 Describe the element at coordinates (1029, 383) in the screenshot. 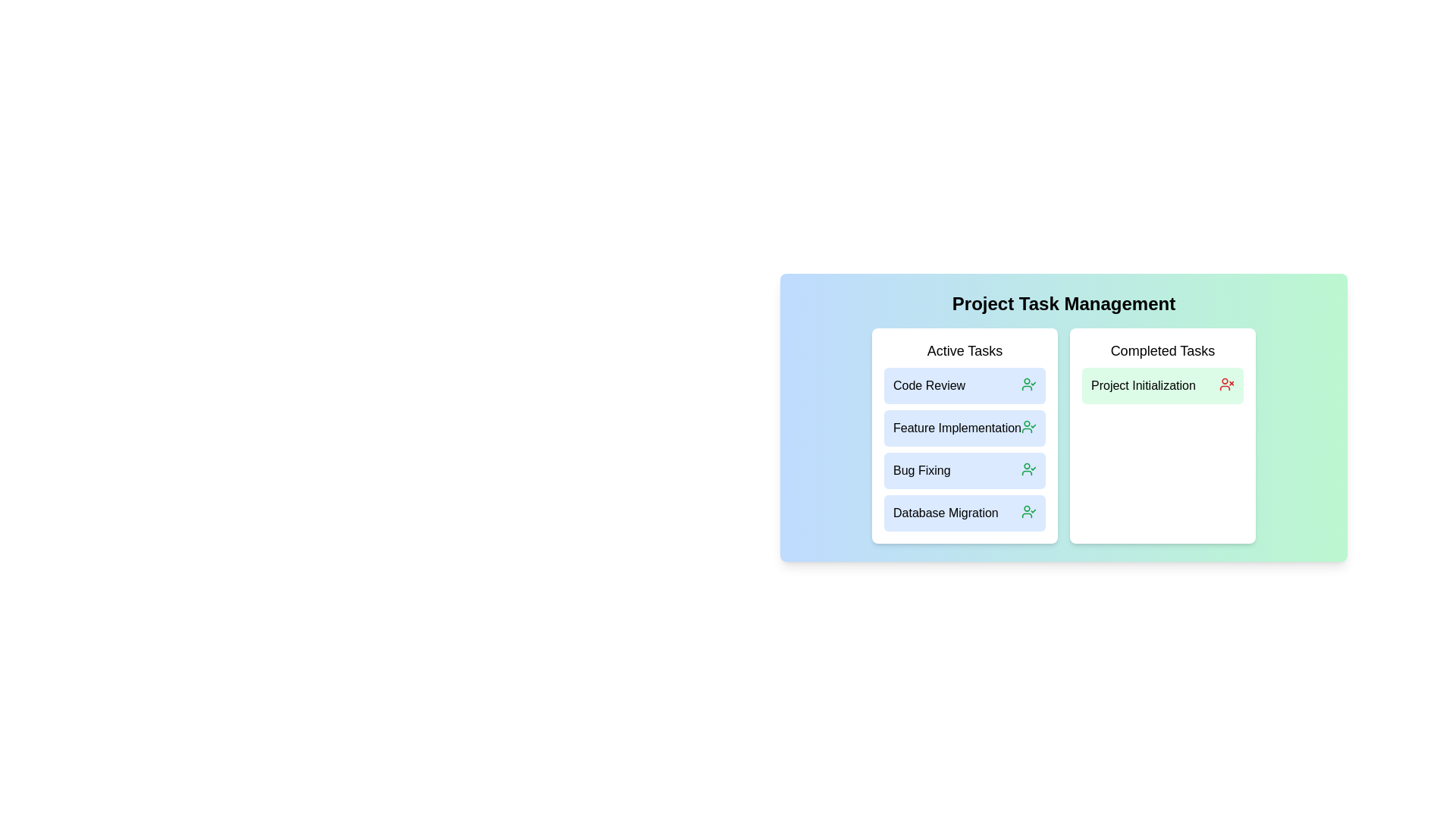

I see `the 'UserCheck' icon associated with the task 'Code Review'` at that location.